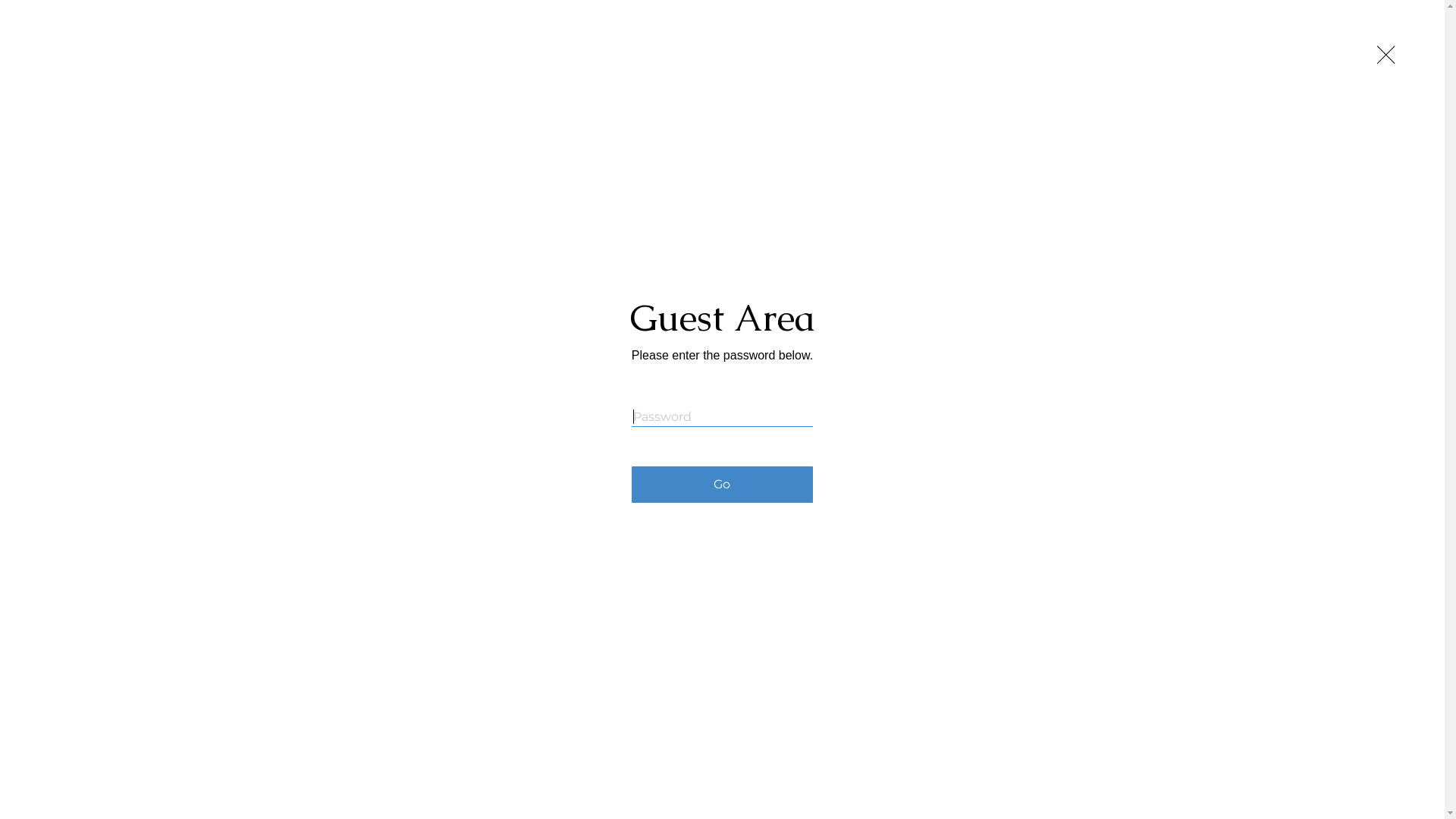 This screenshot has width=1456, height=819. Describe the element at coordinates (721, 485) in the screenshot. I see `'Go'` at that location.